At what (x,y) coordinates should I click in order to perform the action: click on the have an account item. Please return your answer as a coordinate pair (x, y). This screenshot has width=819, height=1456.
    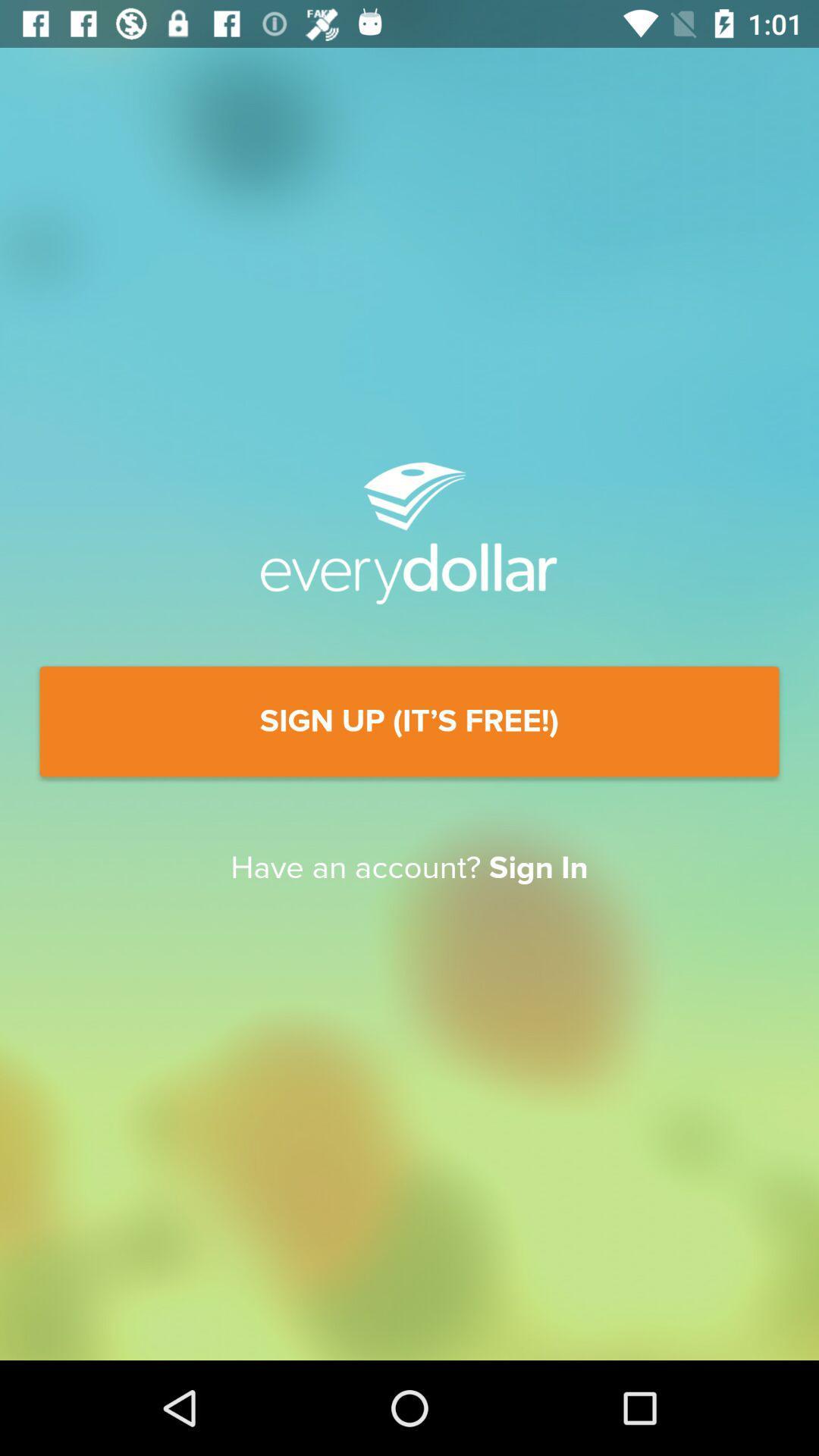
    Looking at the image, I should click on (409, 868).